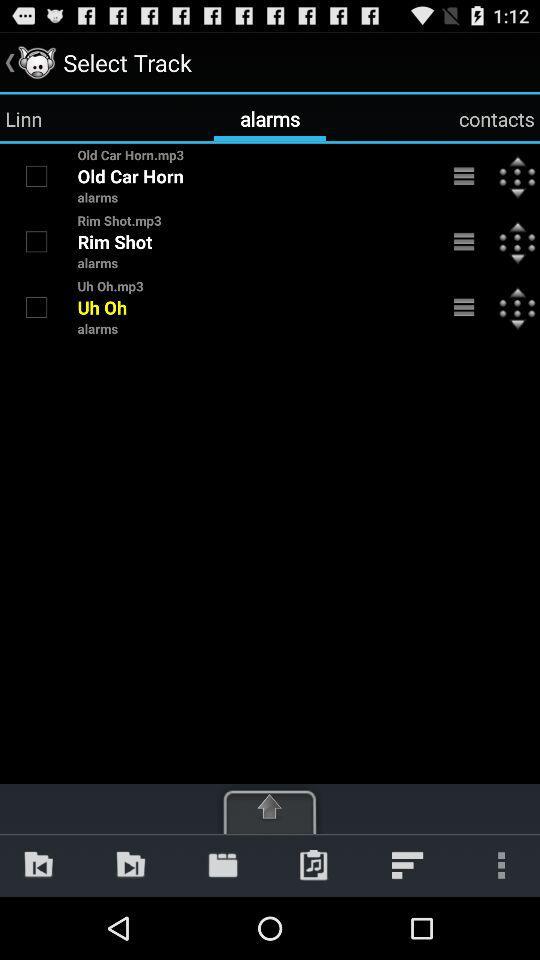 Image resolution: width=540 pixels, height=960 pixels. I want to click on the 2nd menu bar icon, so click(464, 241).